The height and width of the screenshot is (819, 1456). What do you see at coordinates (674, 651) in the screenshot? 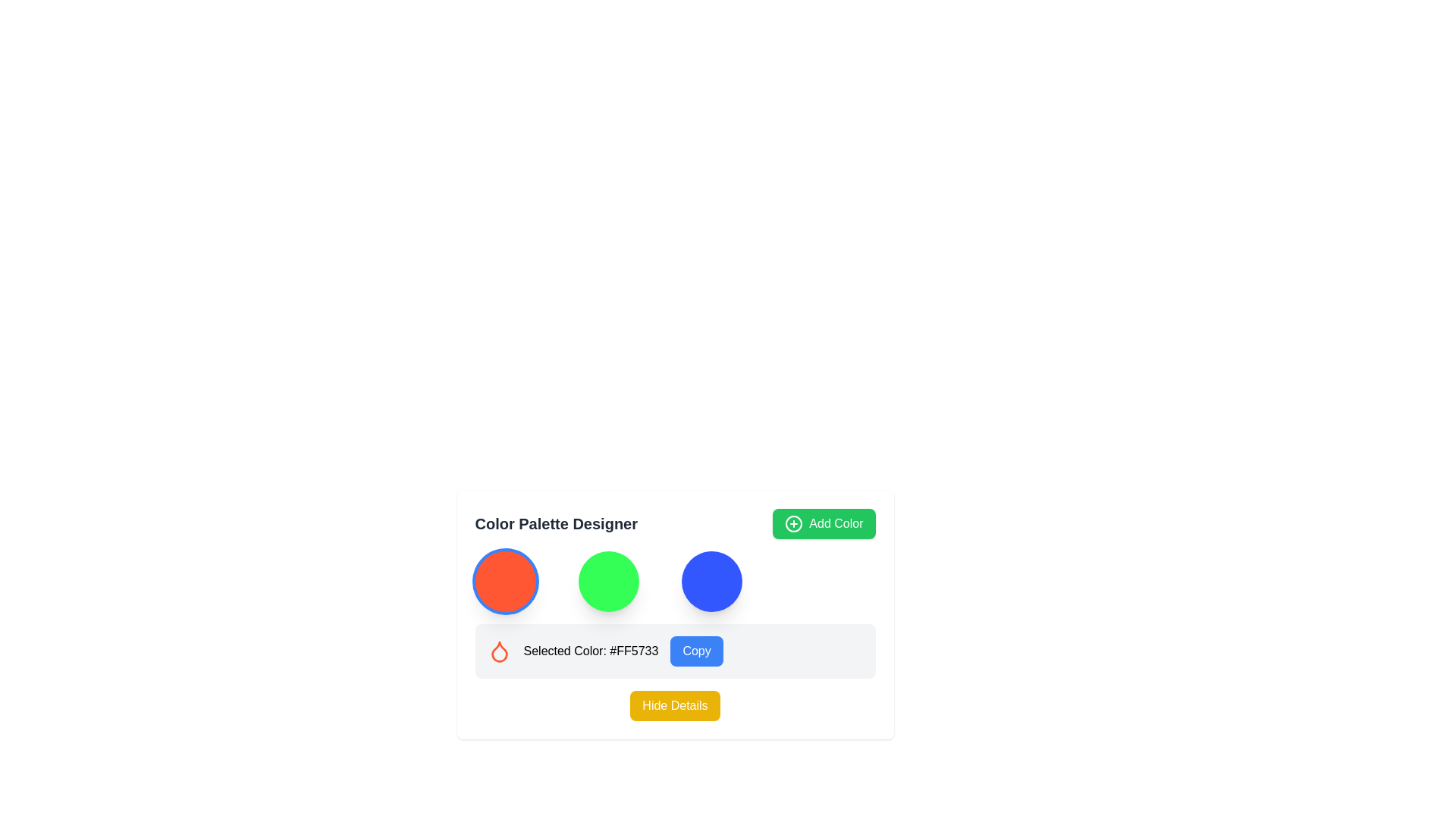
I see `color code displayed in the informational row, which shows 'Selected Color: #FF5733' with a red droplet icon and a 'Copy' button` at bounding box center [674, 651].